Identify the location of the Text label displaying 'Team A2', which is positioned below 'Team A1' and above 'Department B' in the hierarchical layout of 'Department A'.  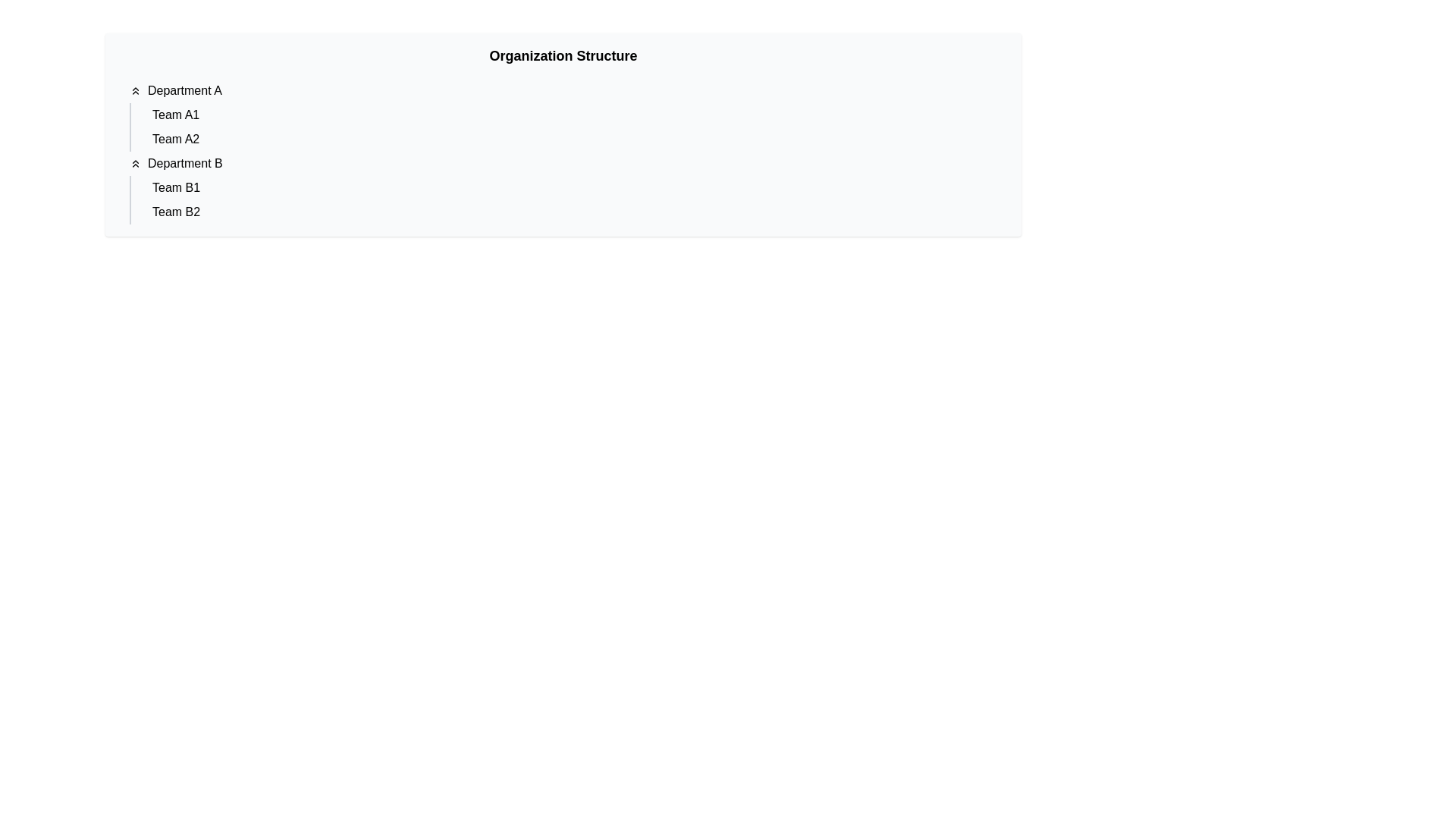
(176, 140).